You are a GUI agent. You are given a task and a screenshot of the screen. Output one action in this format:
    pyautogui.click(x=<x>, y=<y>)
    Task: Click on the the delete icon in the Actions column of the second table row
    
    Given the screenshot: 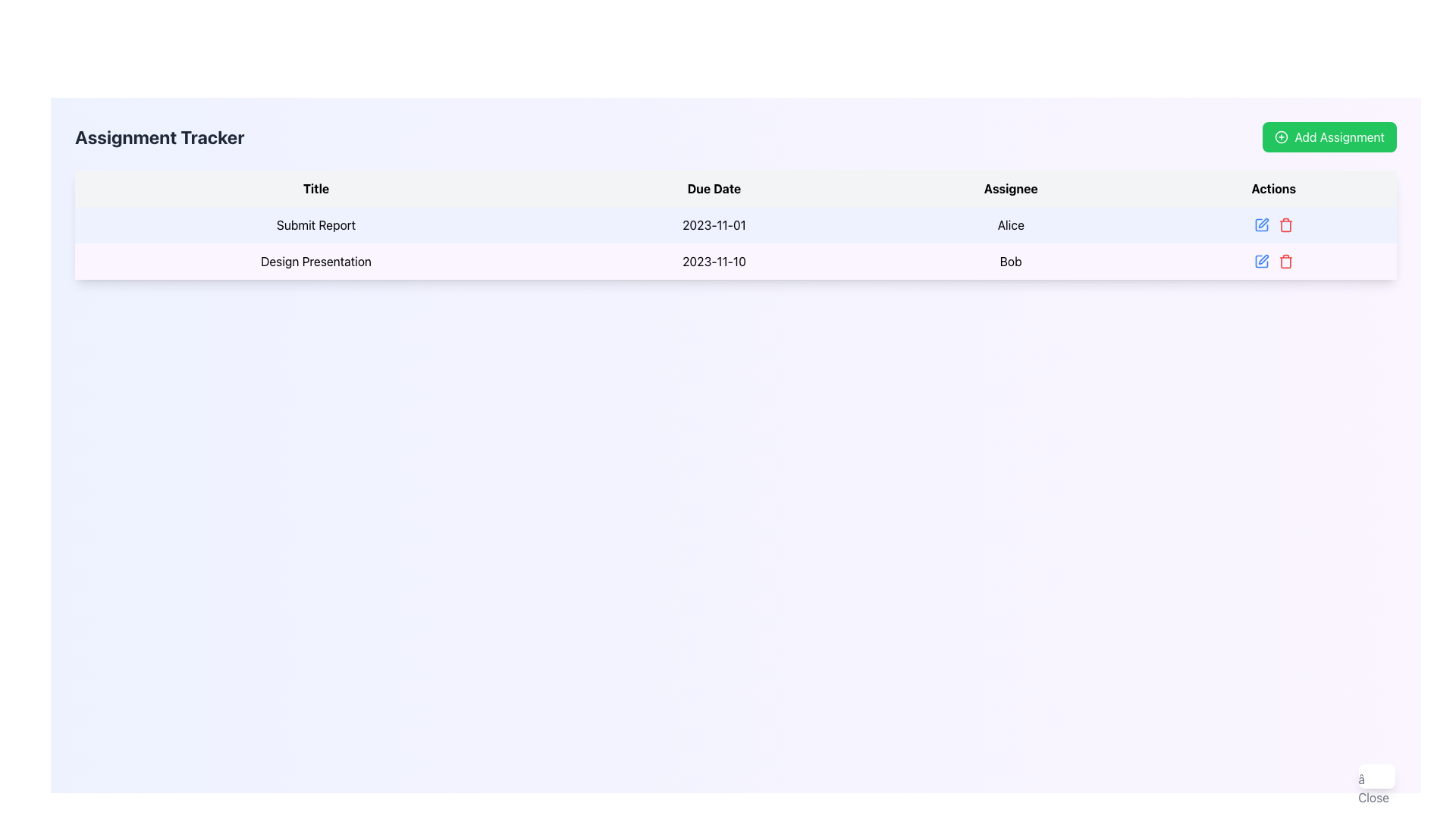 What is the action you would take?
    pyautogui.click(x=1285, y=260)
    